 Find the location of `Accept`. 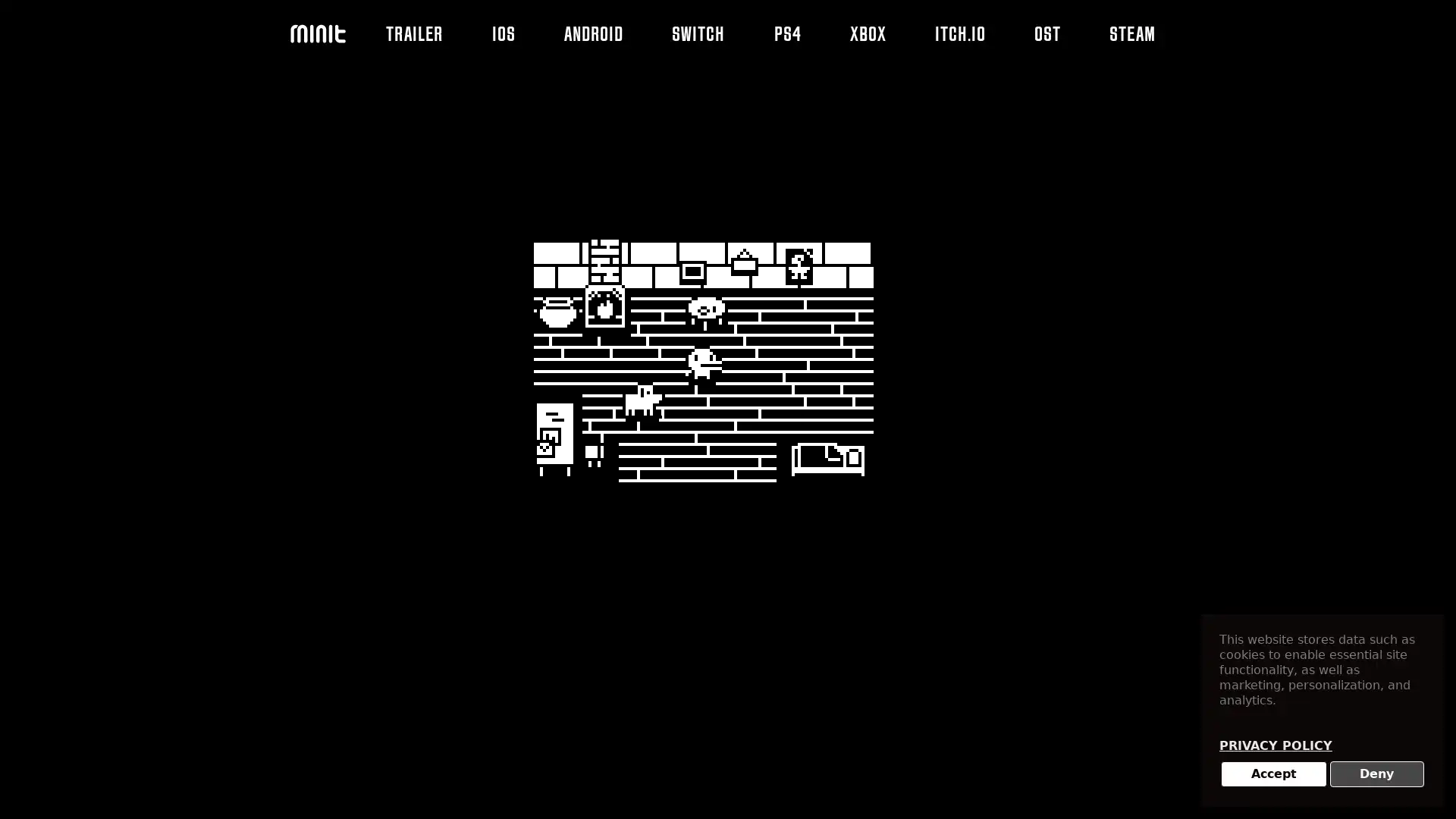

Accept is located at coordinates (1273, 774).